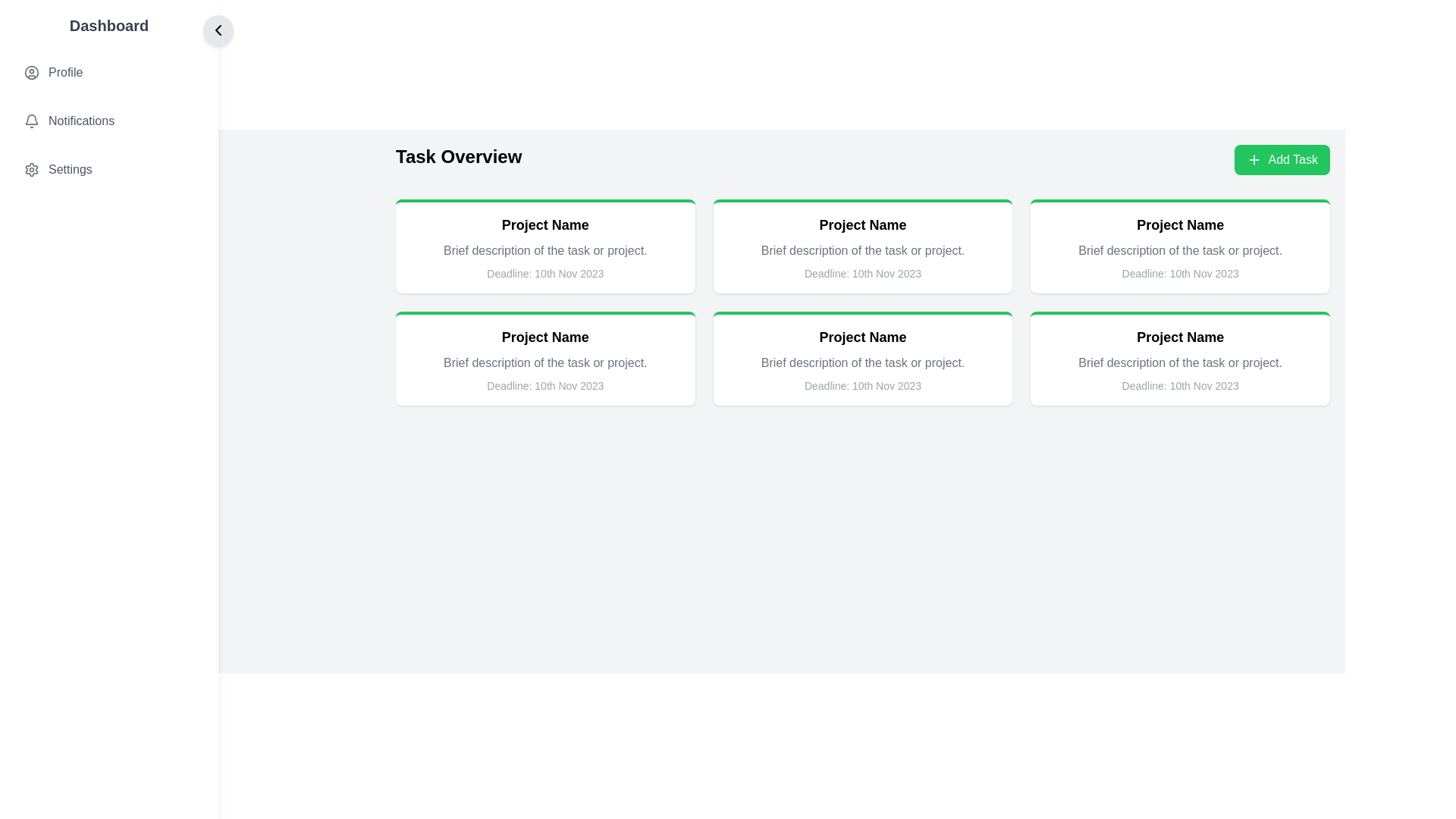  What do you see at coordinates (862, 385) in the screenshot?
I see `the text label displaying 'Deadline: 10th Nov 2023' located in the fourth card of the second row in the task overview grid` at bounding box center [862, 385].